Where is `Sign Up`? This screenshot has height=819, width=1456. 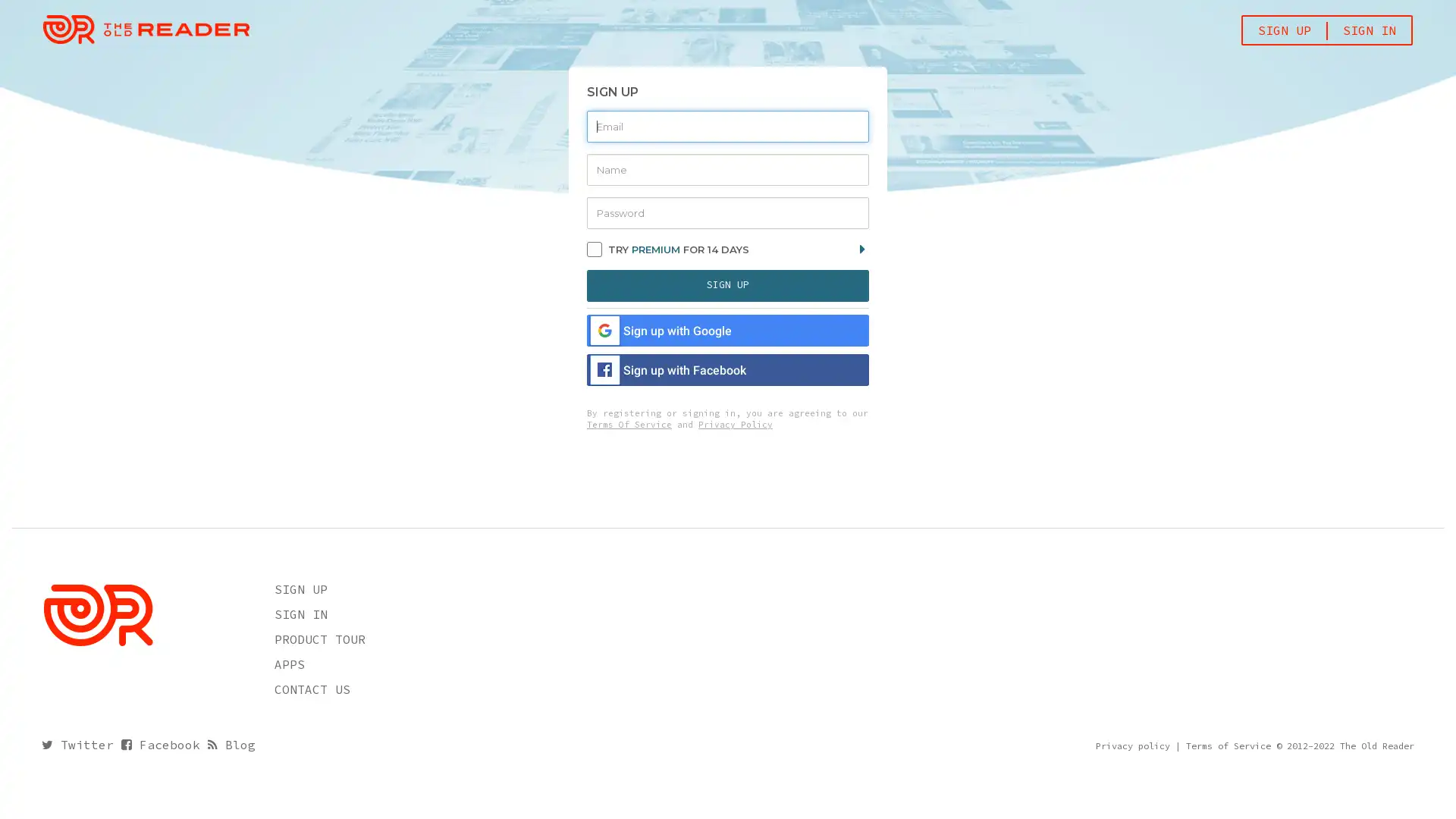
Sign Up is located at coordinates (728, 284).